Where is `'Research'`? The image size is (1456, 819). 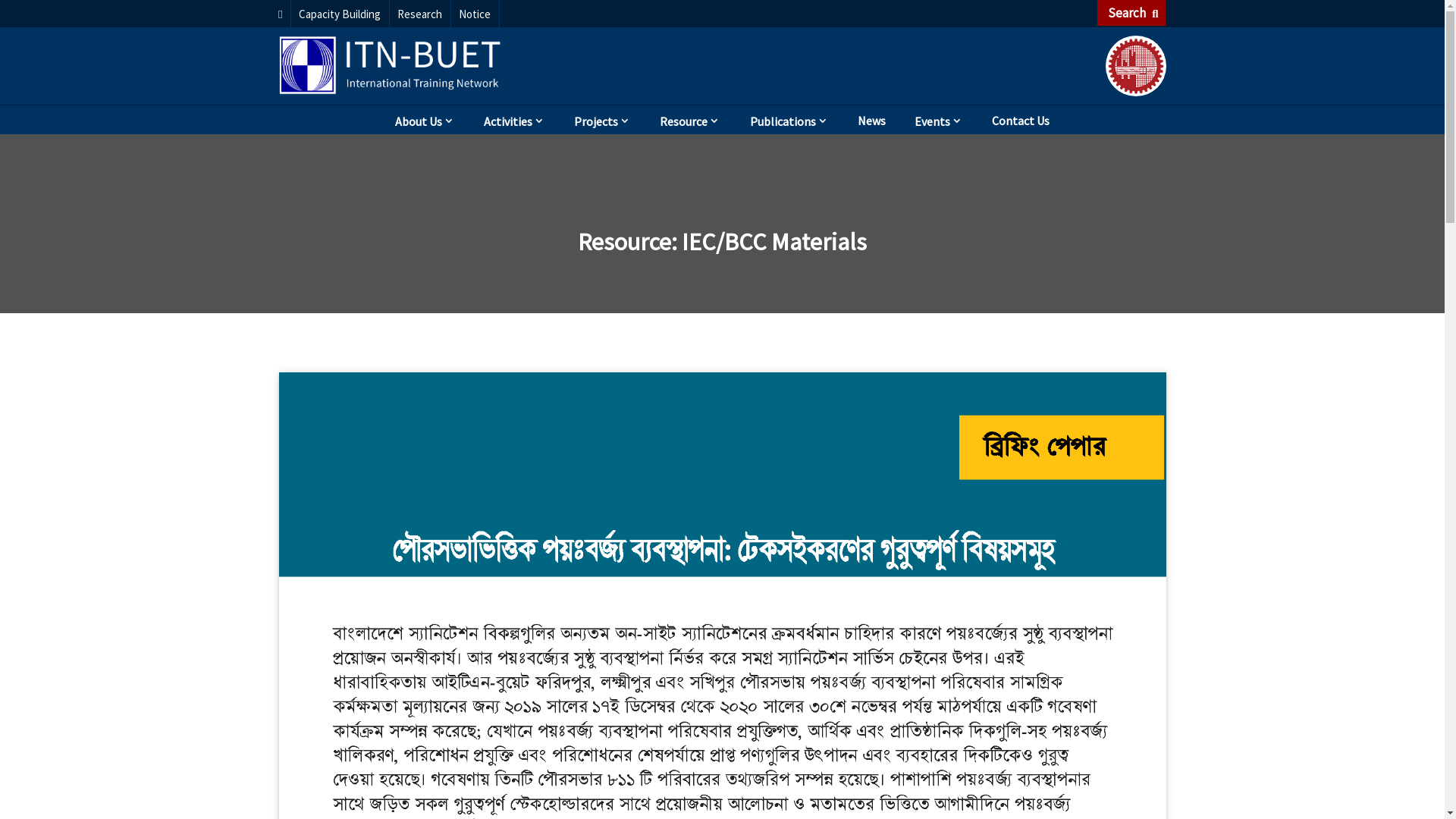 'Research' is located at coordinates (420, 14).